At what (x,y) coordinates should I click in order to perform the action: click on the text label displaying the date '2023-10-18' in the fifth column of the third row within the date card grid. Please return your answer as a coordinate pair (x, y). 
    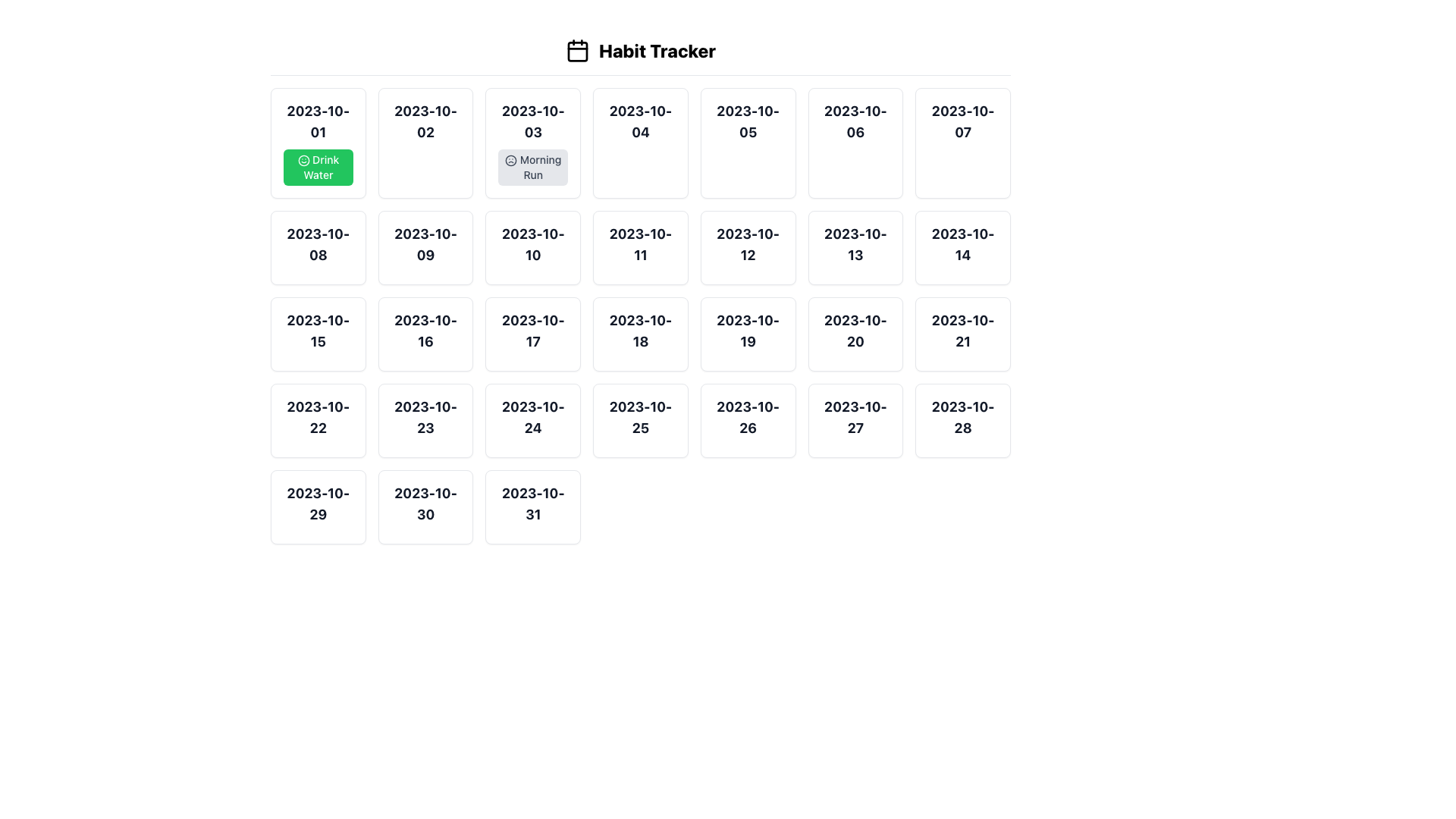
    Looking at the image, I should click on (640, 330).